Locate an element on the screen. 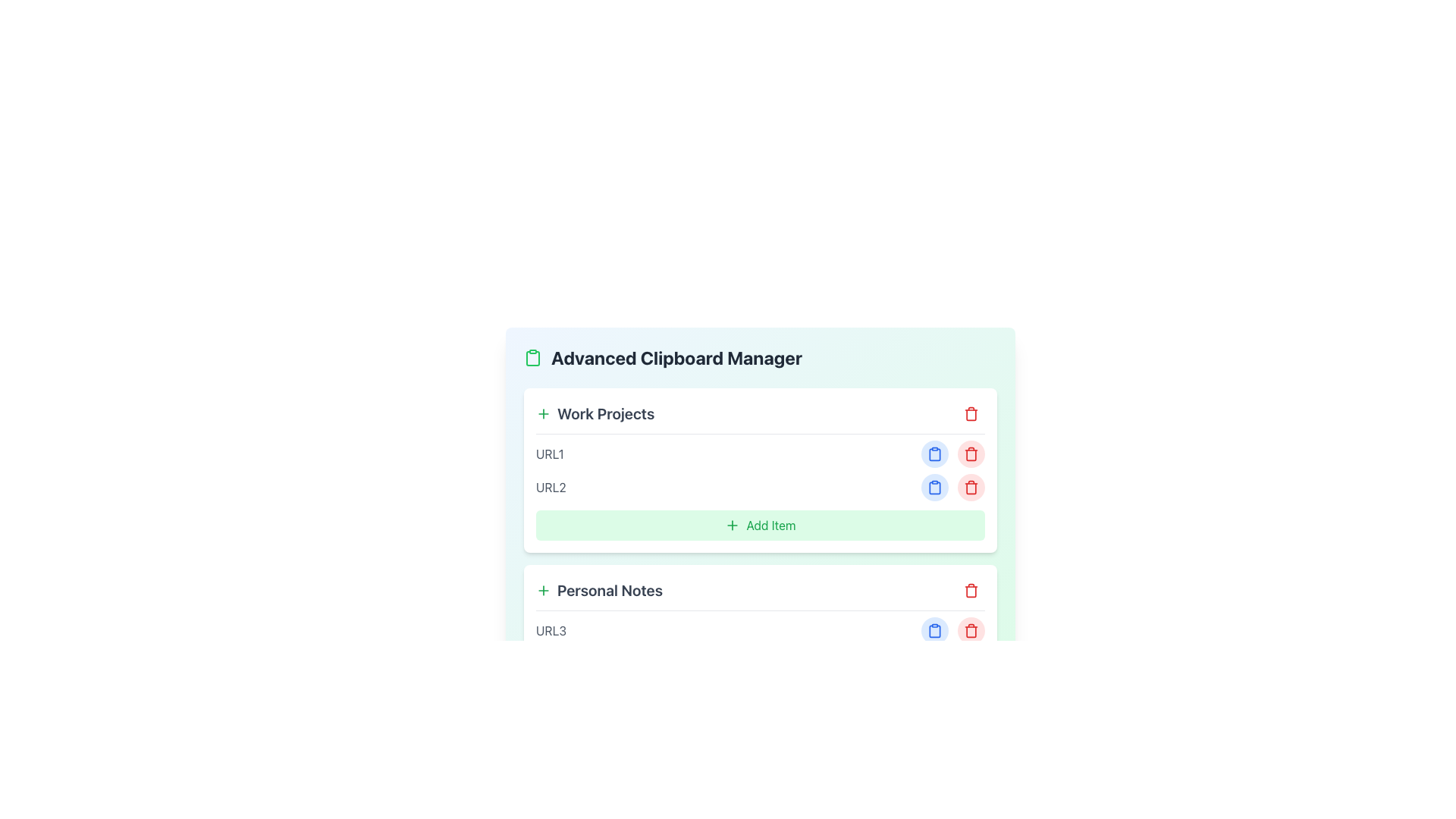 The height and width of the screenshot is (819, 1456). the first button in the horizontal group of action buttons to copy the associated URL or data item located in the 'Work Projects' section is located at coordinates (934, 453).